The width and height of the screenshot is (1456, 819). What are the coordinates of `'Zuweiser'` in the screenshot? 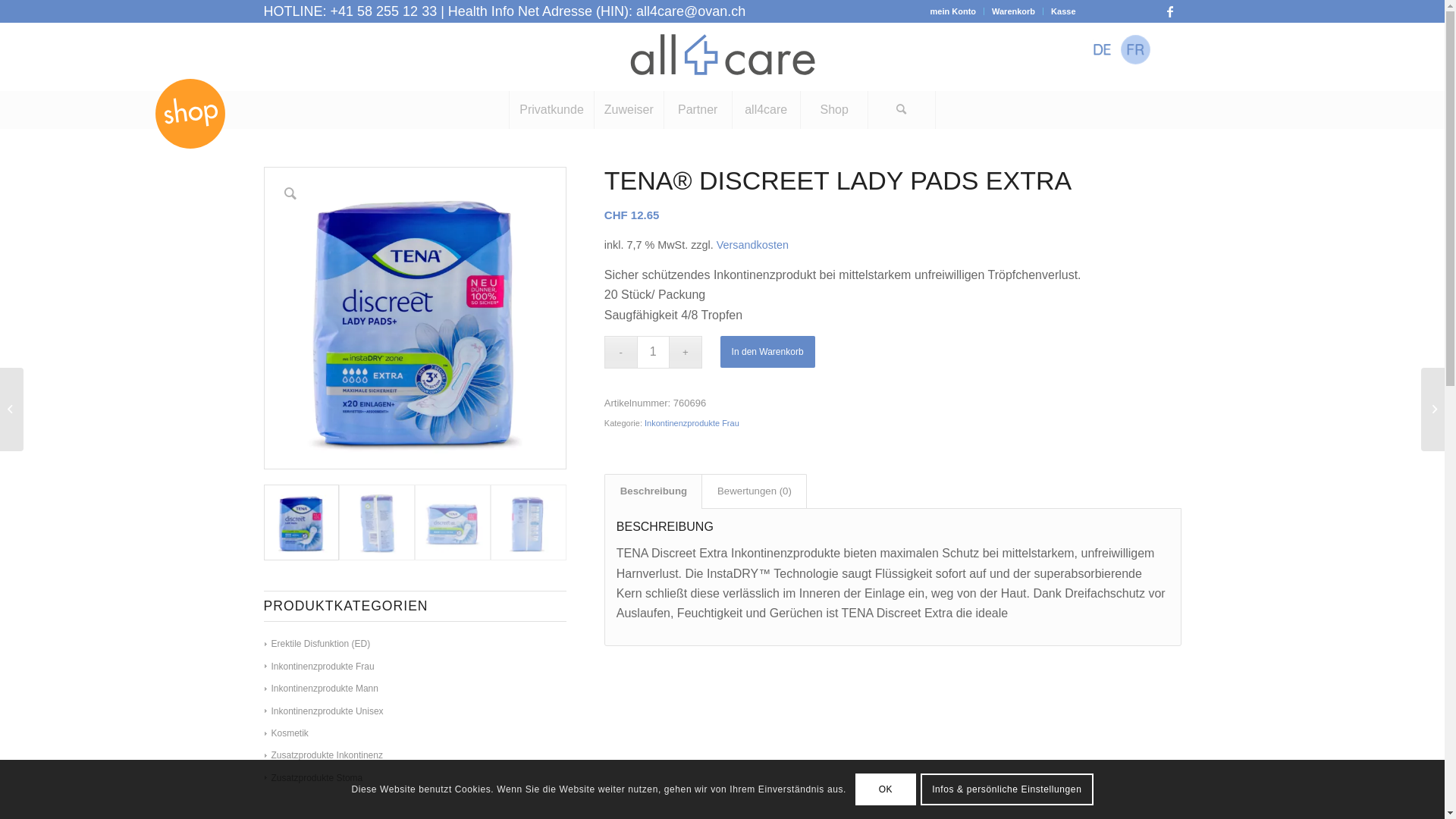 It's located at (629, 109).